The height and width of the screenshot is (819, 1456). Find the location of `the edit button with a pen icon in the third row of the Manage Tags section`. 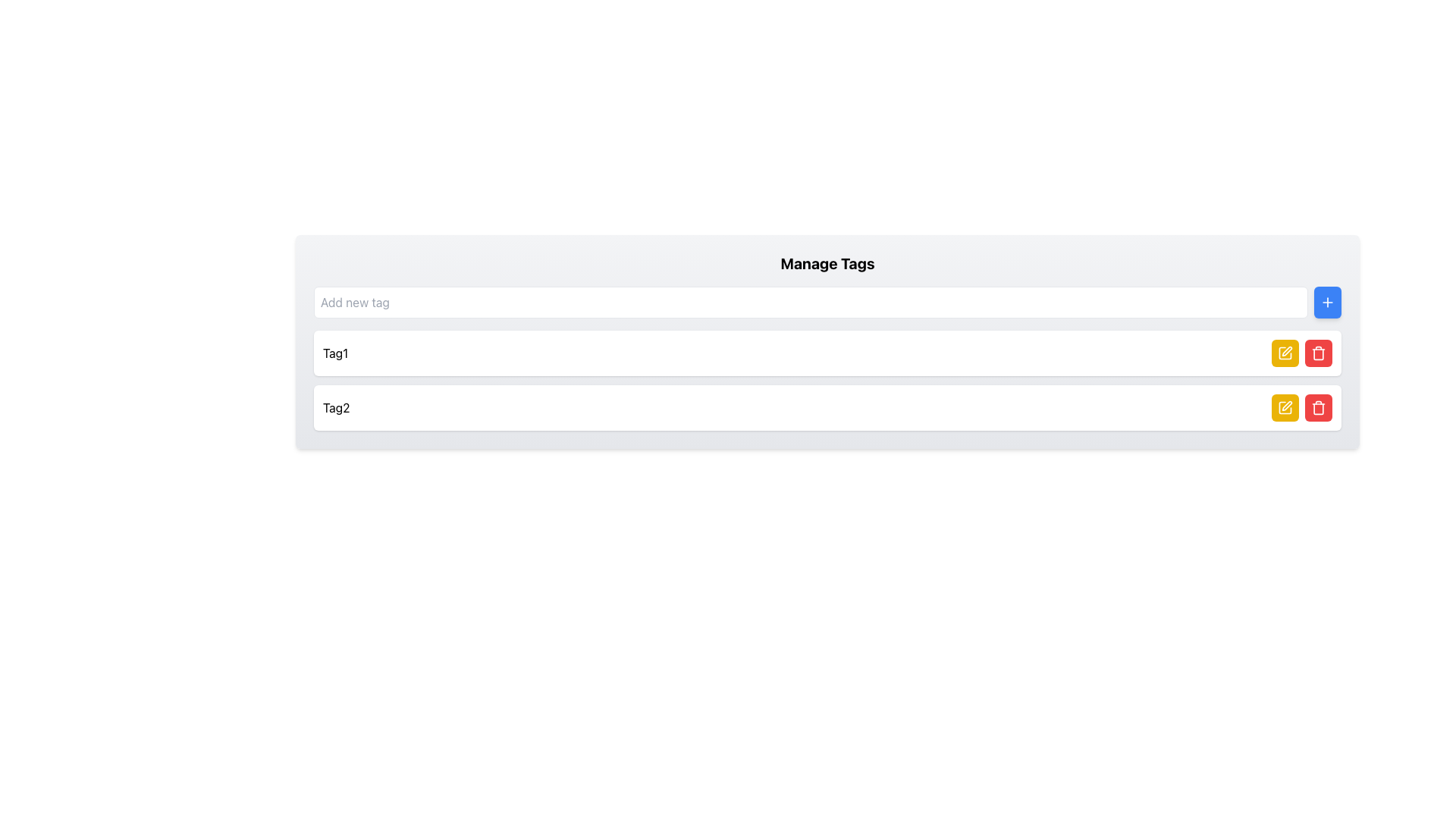

the edit button with a pen icon in the third row of the Manage Tags section is located at coordinates (1286, 351).